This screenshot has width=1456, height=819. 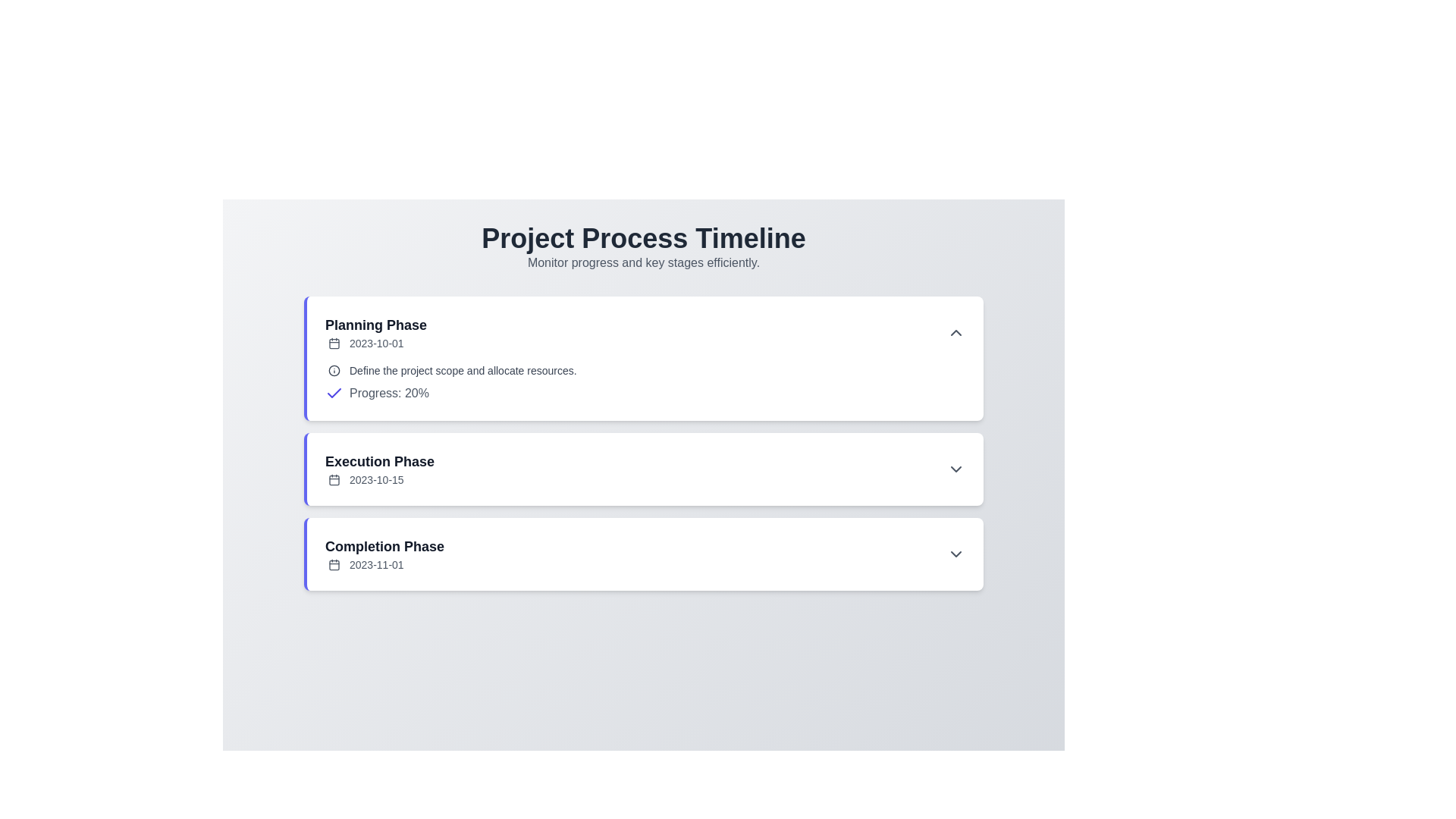 I want to click on the calendar icon located within the 'Execution Phase' card, so click(x=334, y=479).